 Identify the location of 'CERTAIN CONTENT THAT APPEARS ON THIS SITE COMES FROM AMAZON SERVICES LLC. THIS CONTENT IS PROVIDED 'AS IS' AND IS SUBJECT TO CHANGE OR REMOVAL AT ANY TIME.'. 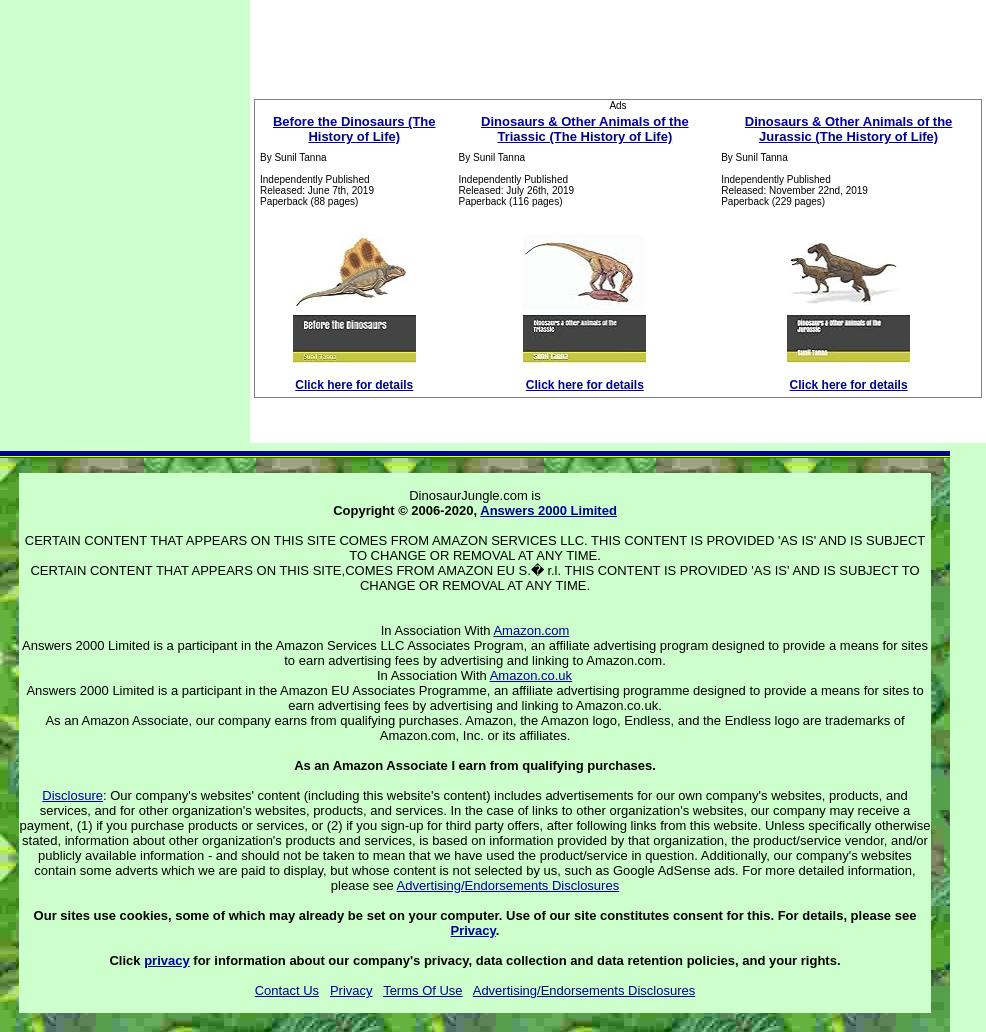
(474, 547).